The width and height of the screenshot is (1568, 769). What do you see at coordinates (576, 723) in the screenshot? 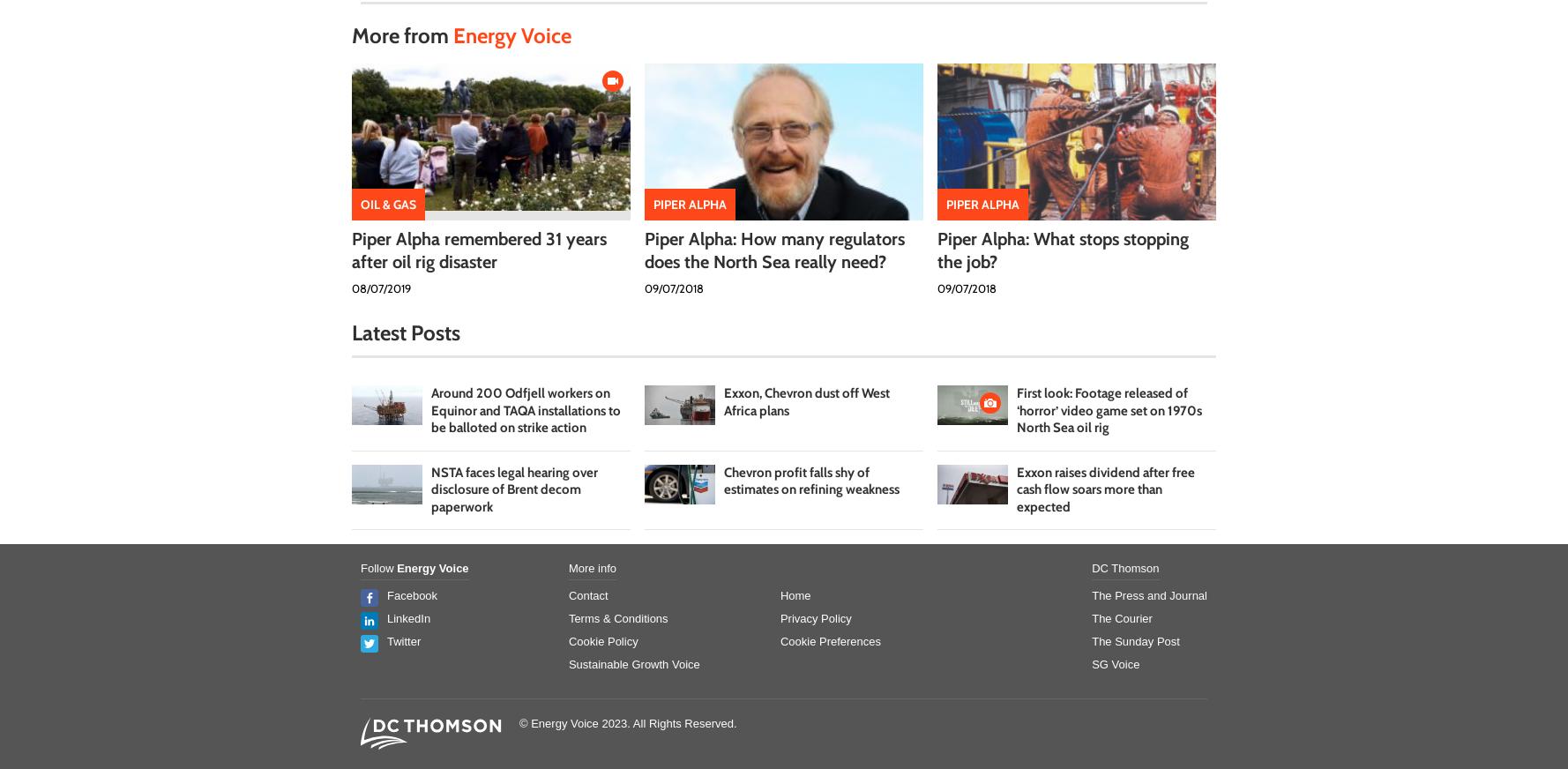
I see `'© Energy Voice 2023.'` at bounding box center [576, 723].